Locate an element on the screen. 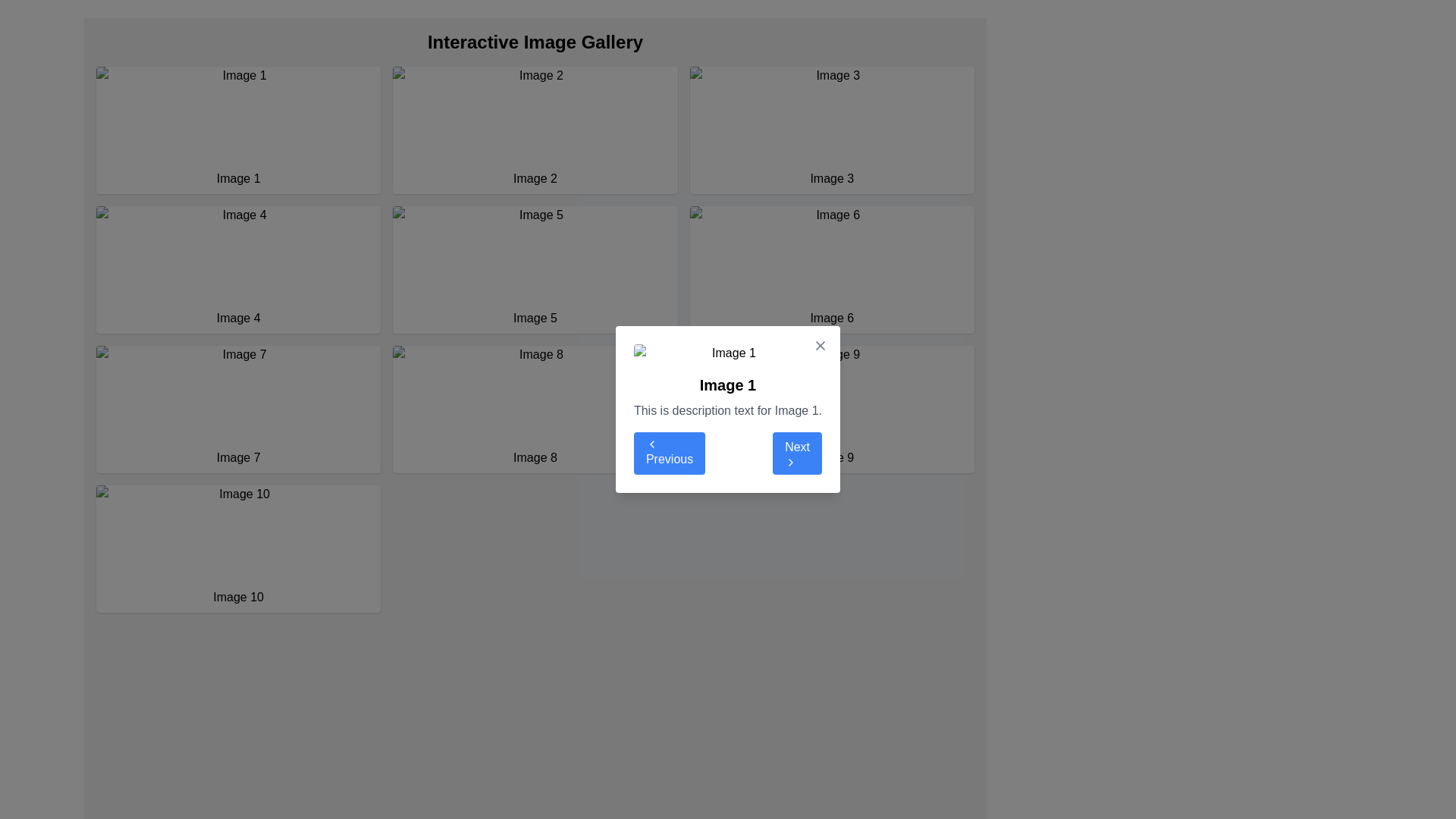 Image resolution: width=1456 pixels, height=819 pixels. text label located inside the white rectangular box, positioned below the thumbnail image labeled 'Image 3' in the top-right of the grid is located at coordinates (831, 177).